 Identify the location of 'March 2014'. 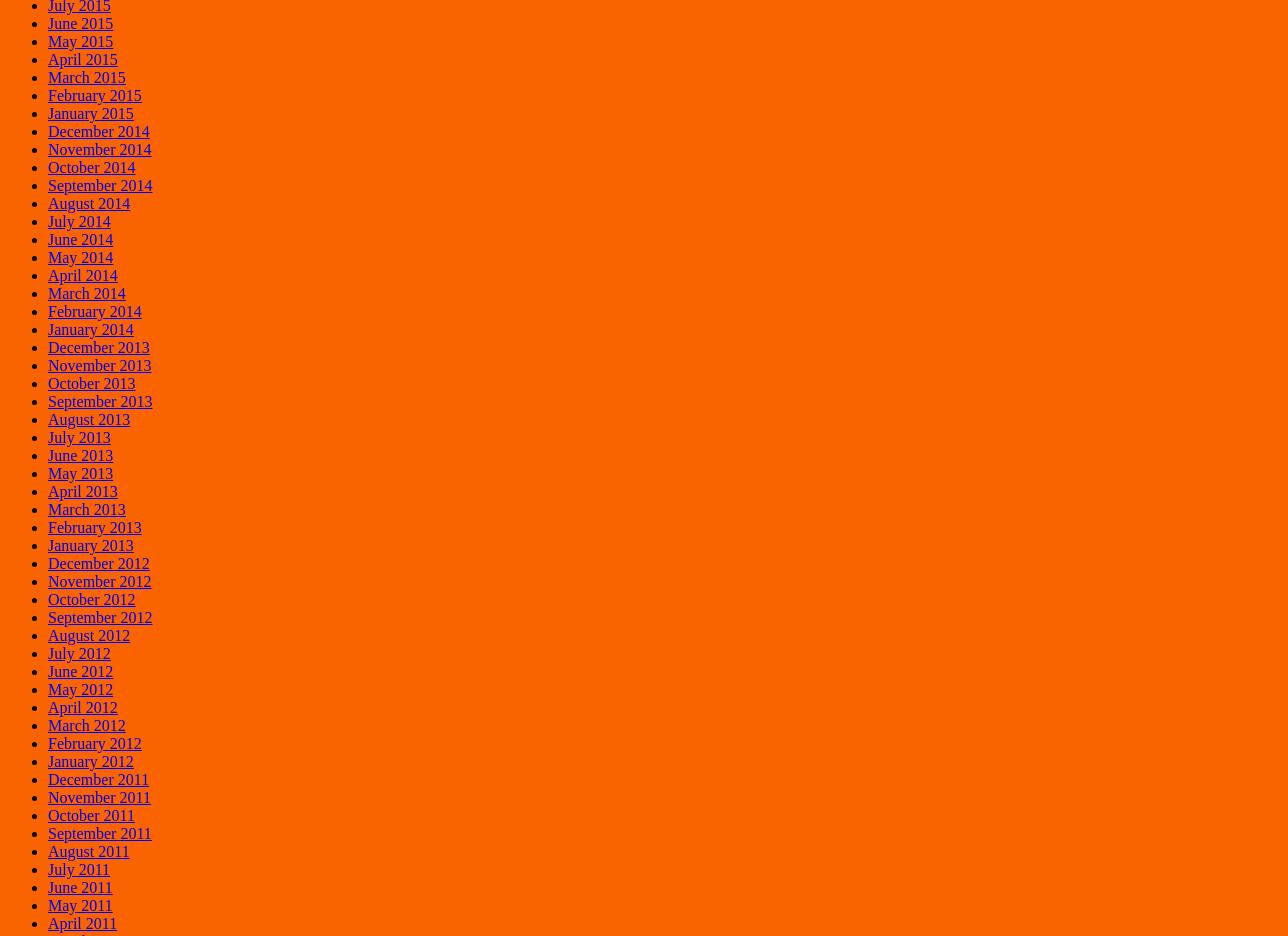
(86, 292).